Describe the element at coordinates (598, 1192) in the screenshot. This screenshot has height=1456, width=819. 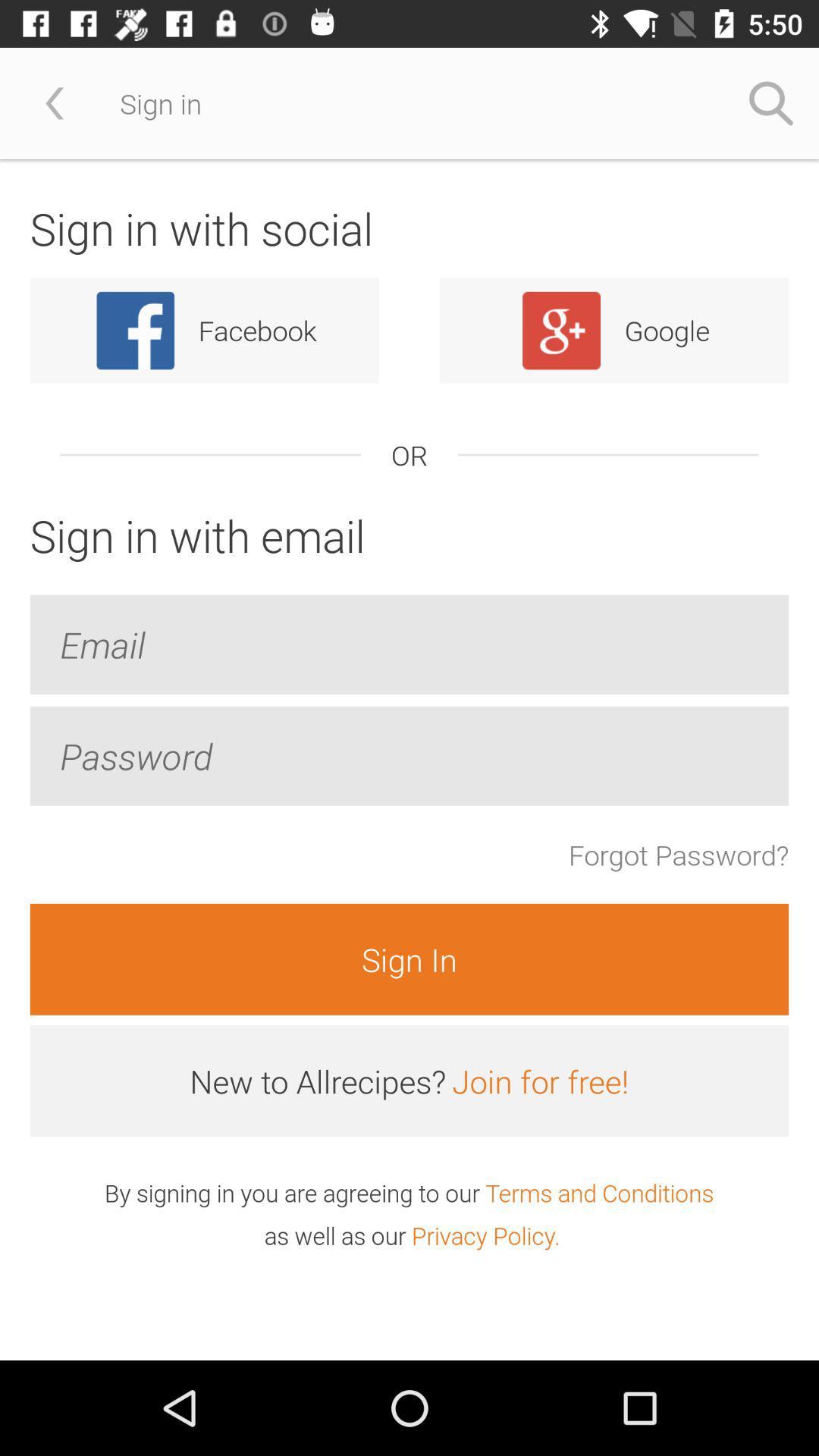
I see `the terms and conditions` at that location.